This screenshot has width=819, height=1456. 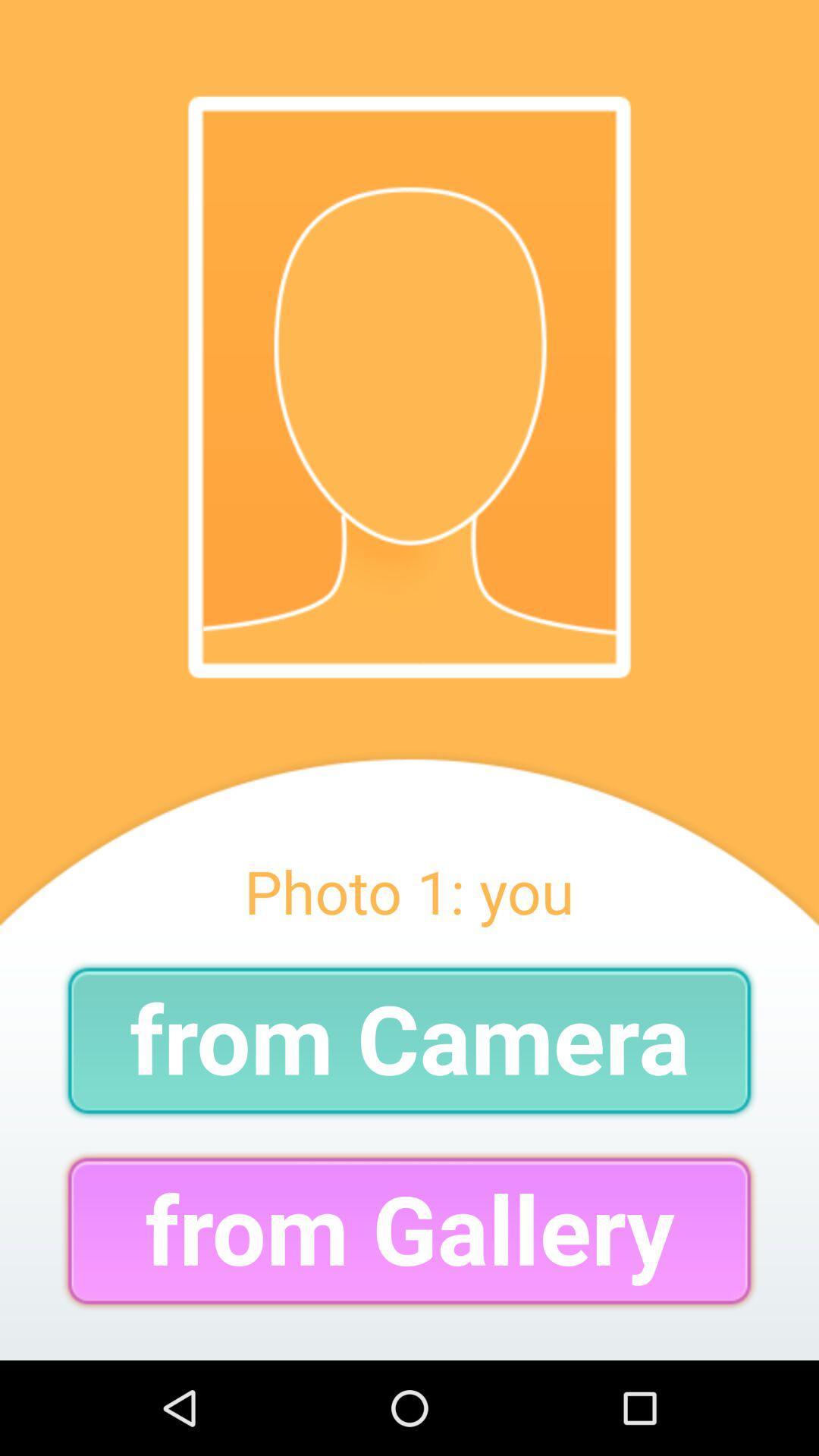 What do you see at coordinates (409, 1040) in the screenshot?
I see `icon below photo 1: you` at bounding box center [409, 1040].